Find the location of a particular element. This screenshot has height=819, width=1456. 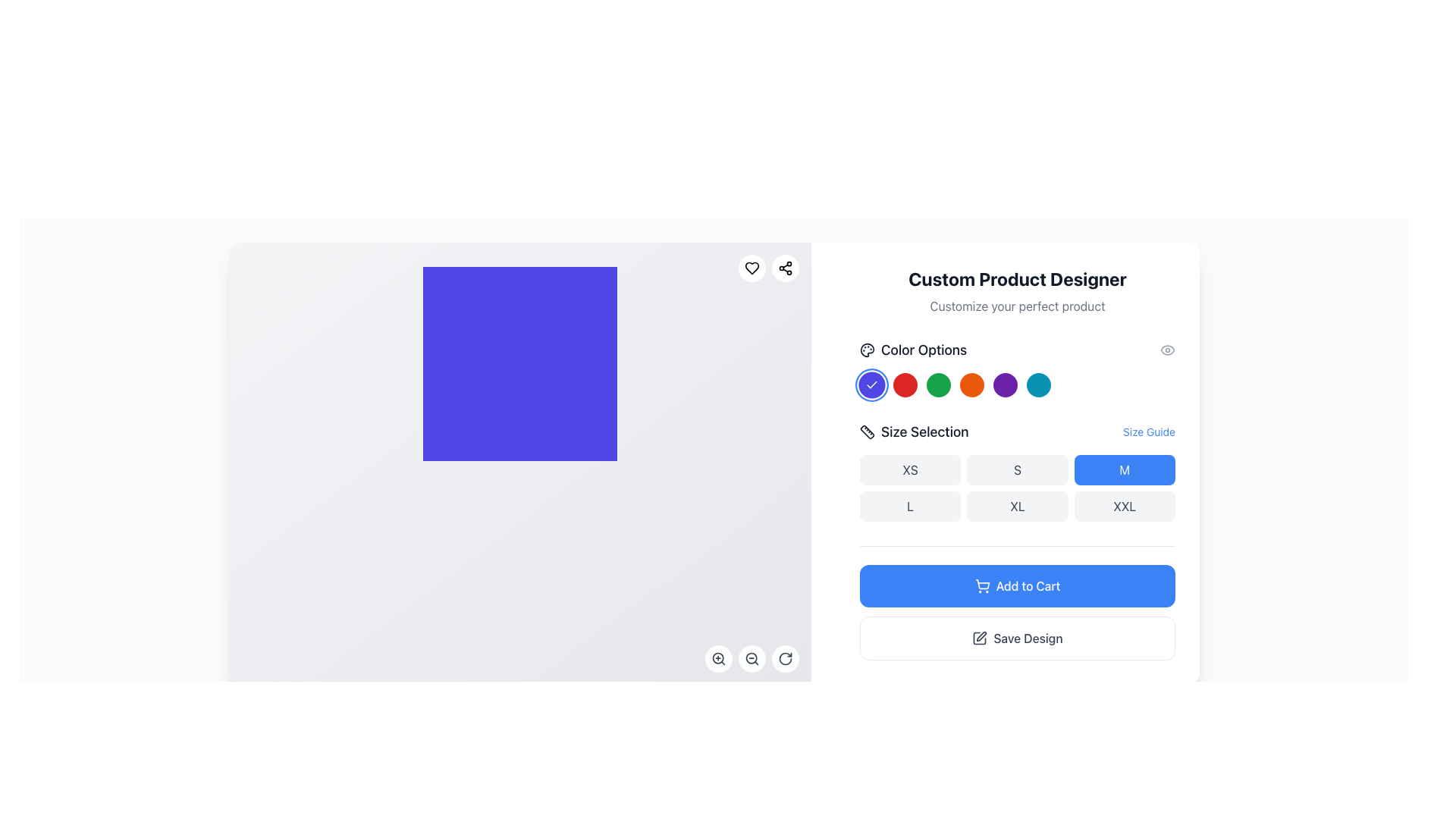

the fifth purple circular button in the row of color buttons under the 'Color Options' section on the right sidebar is located at coordinates (1018, 384).